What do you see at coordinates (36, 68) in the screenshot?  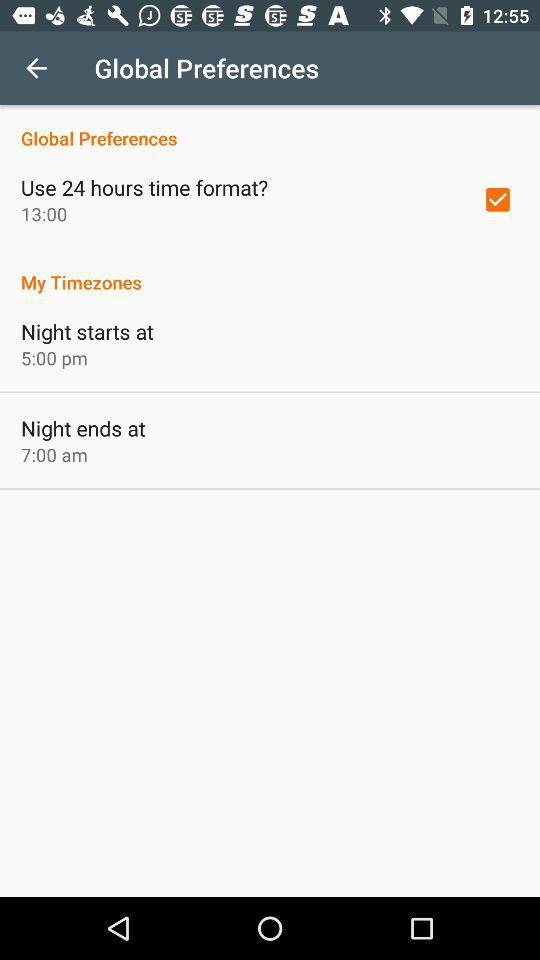 I see `icon above the global preferences item` at bounding box center [36, 68].